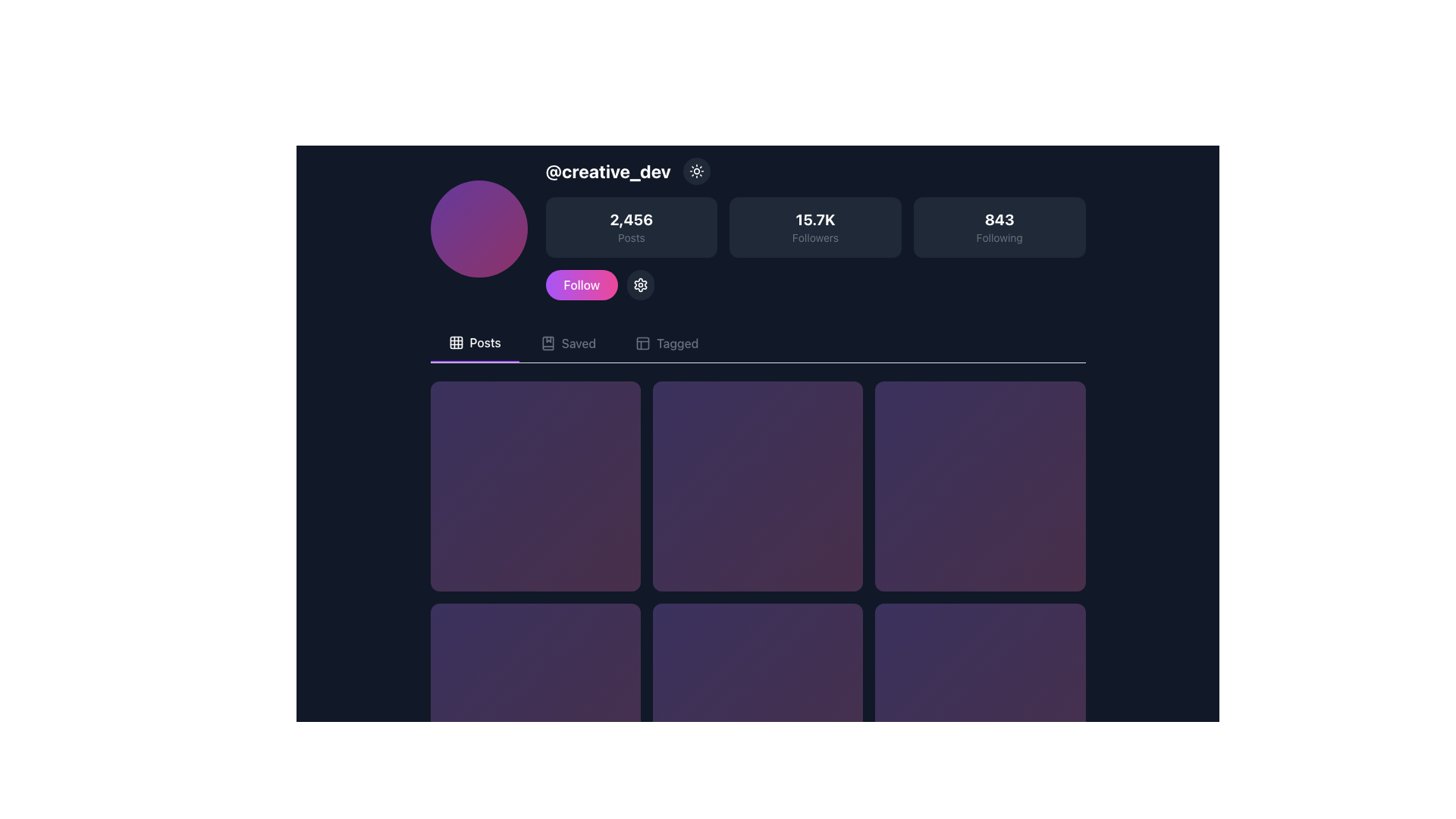 This screenshot has height=819, width=1456. What do you see at coordinates (999, 237) in the screenshot?
I see `label 'Following' located at the bottom of the '843' count in the social metrics section` at bounding box center [999, 237].